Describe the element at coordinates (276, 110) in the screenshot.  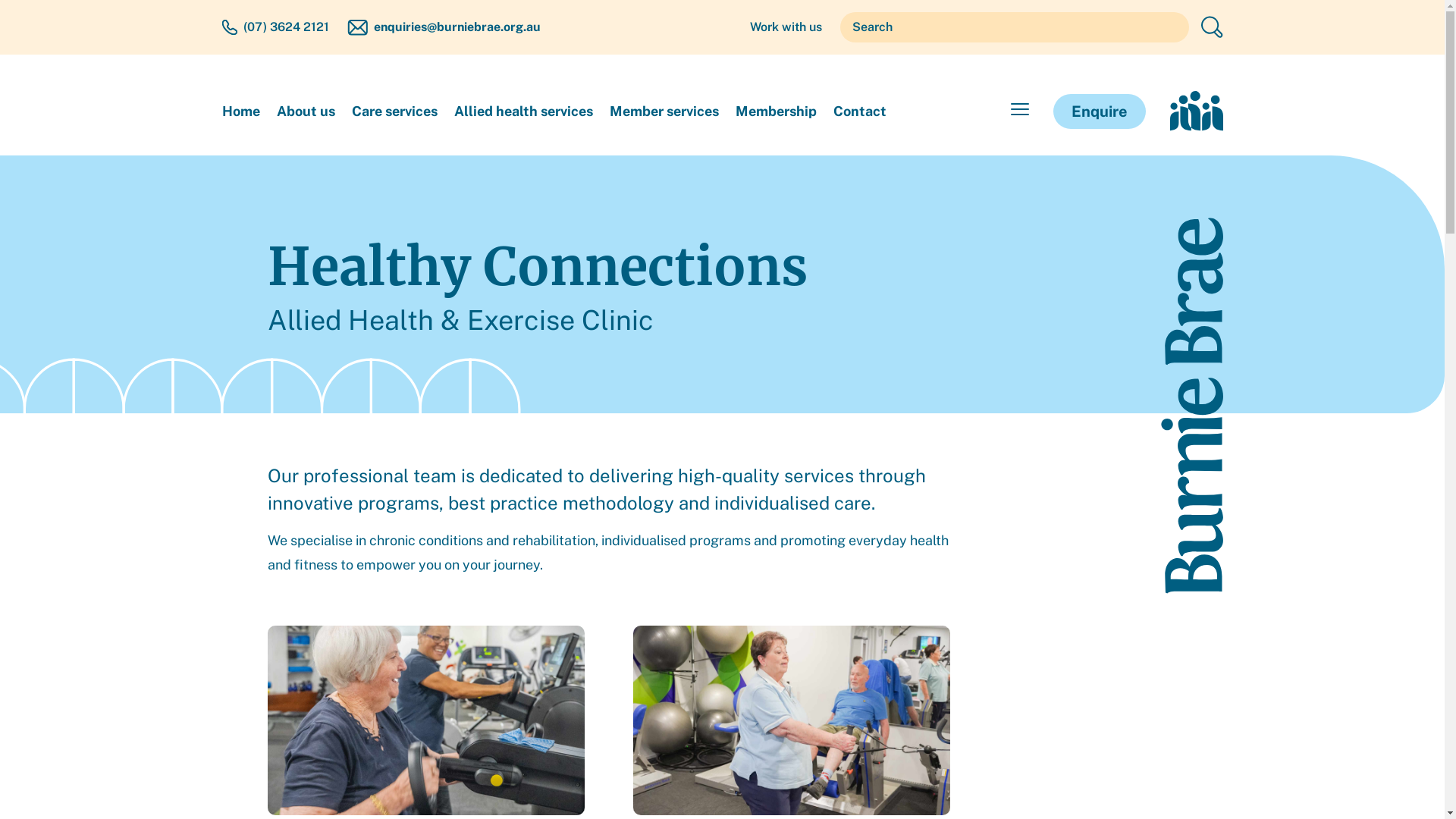
I see `'About us'` at that location.